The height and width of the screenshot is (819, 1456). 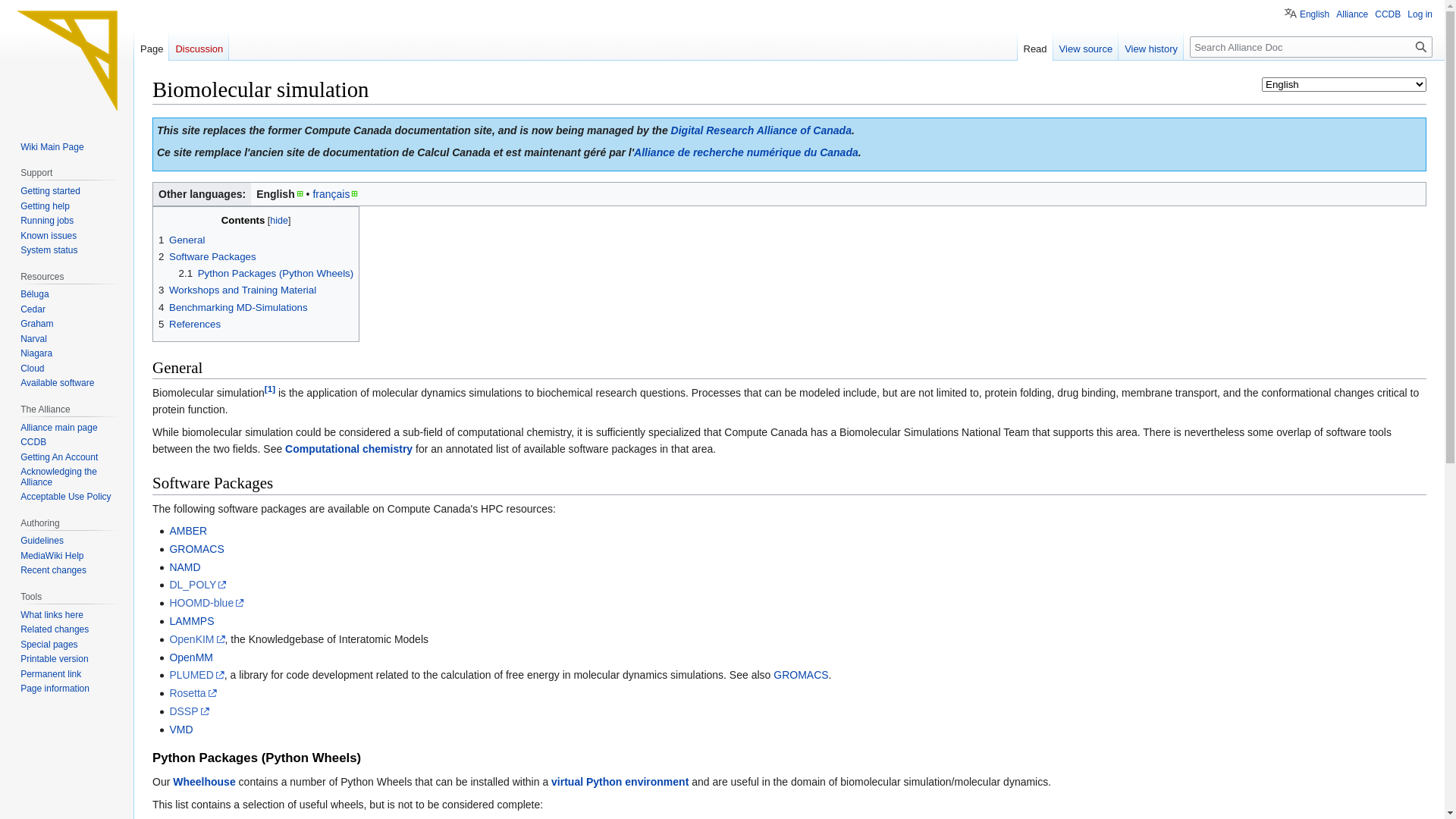 What do you see at coordinates (206, 256) in the screenshot?
I see `'2 Software Packages'` at bounding box center [206, 256].